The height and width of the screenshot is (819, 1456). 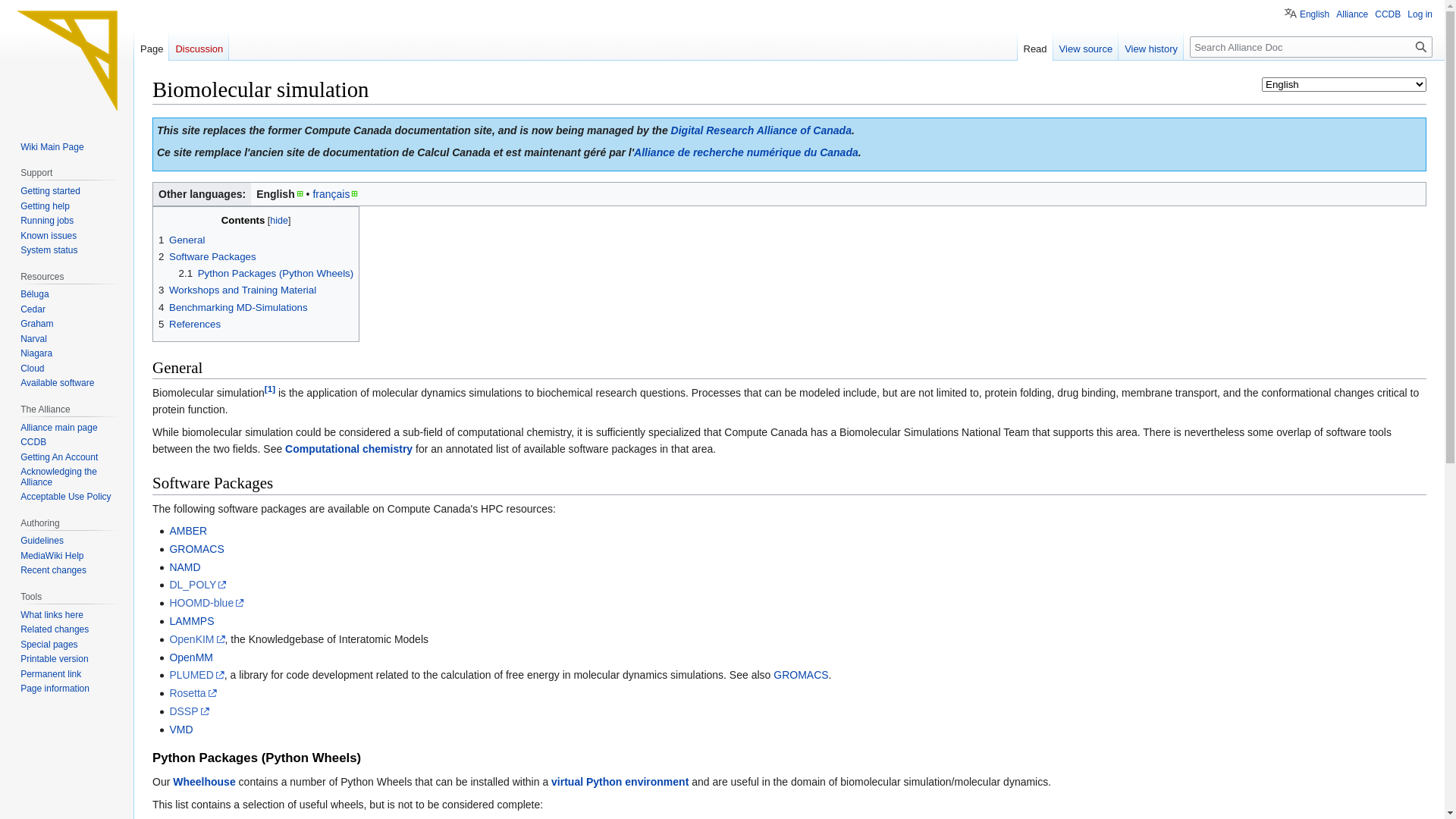 What do you see at coordinates (206, 256) in the screenshot?
I see `'2 Software Packages'` at bounding box center [206, 256].